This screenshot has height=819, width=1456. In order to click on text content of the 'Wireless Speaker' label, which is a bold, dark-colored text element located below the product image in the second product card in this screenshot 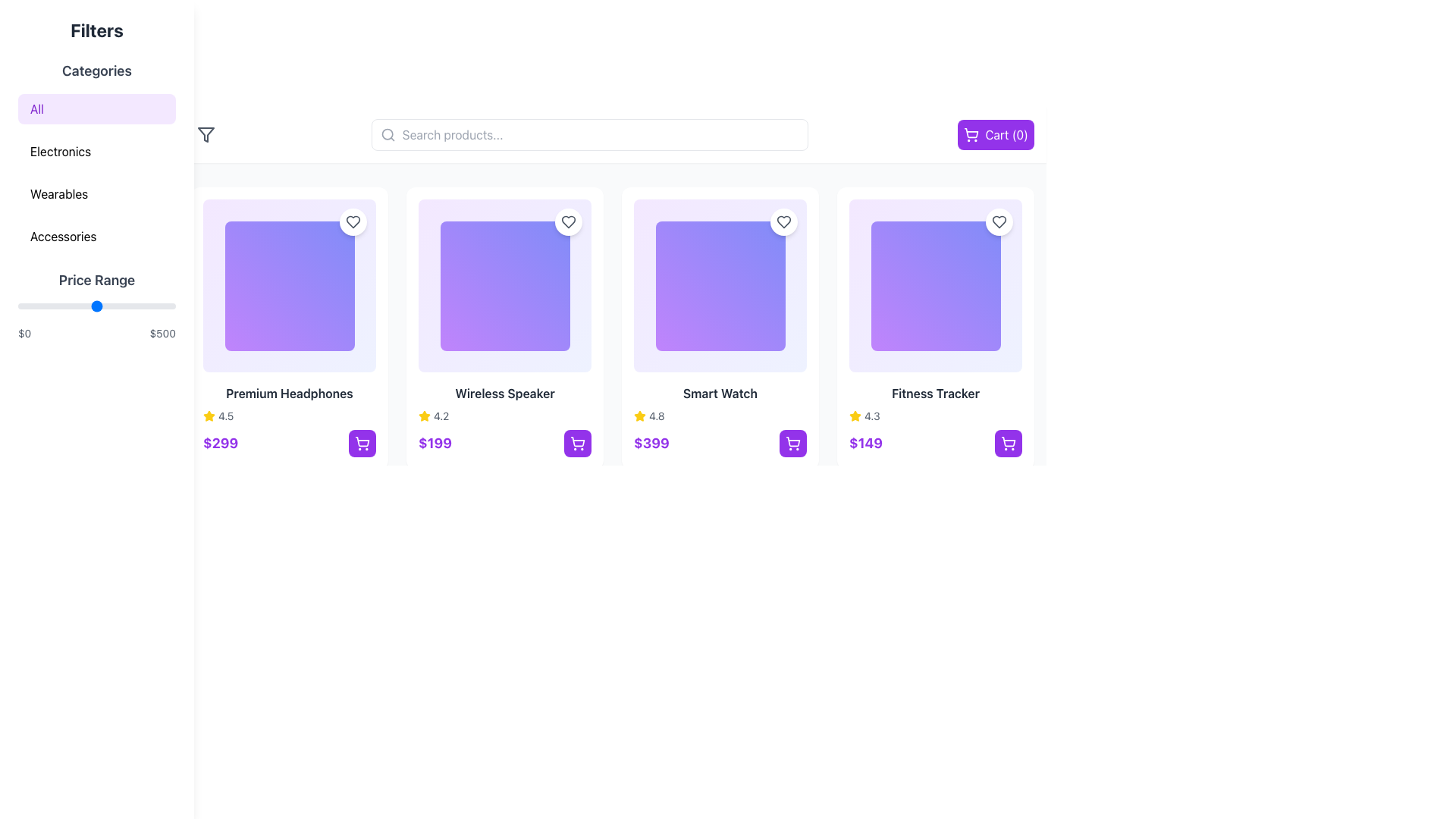, I will do `click(505, 393)`.